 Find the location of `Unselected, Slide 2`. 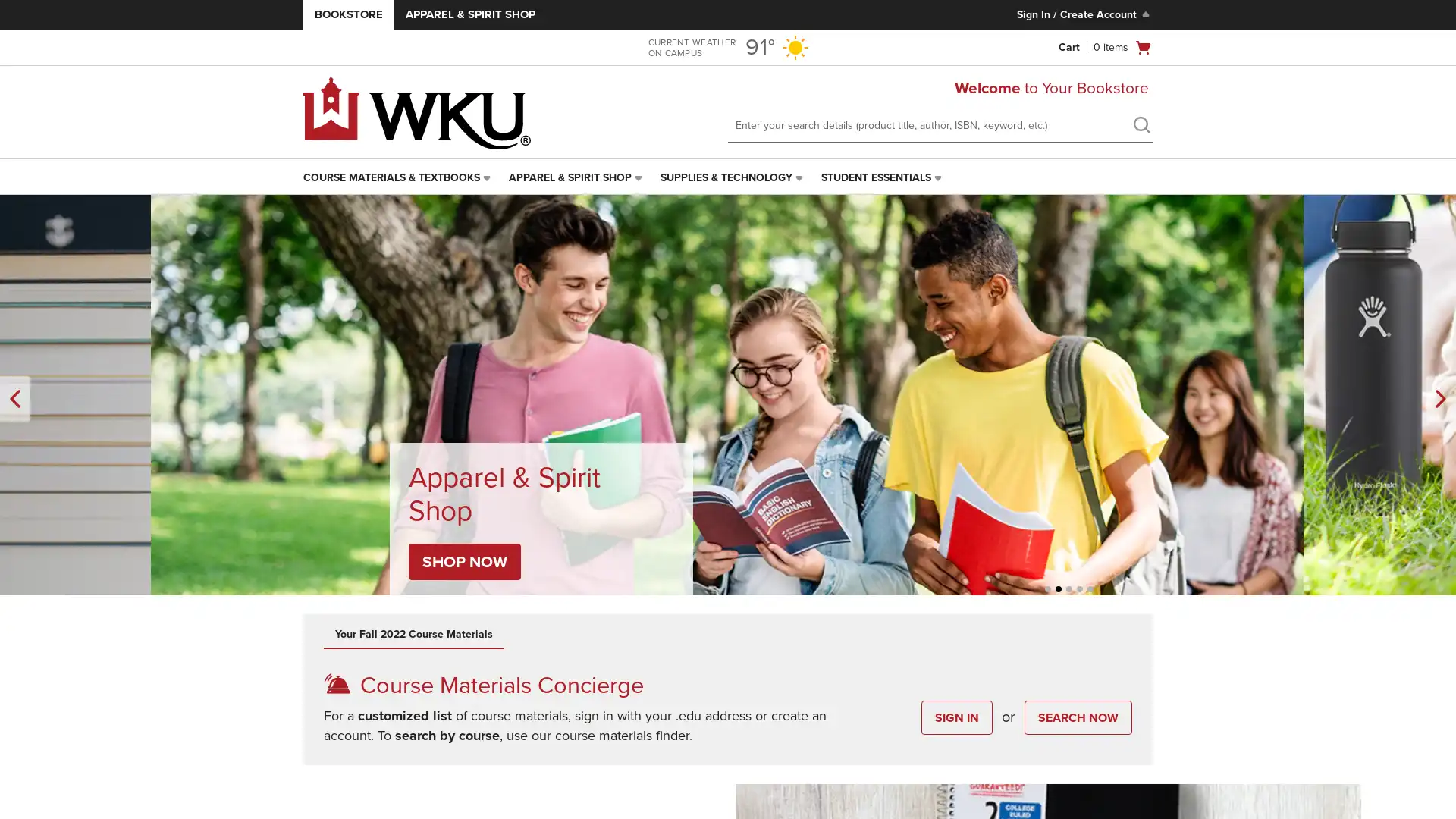

Unselected, Slide 2 is located at coordinates (1058, 588).